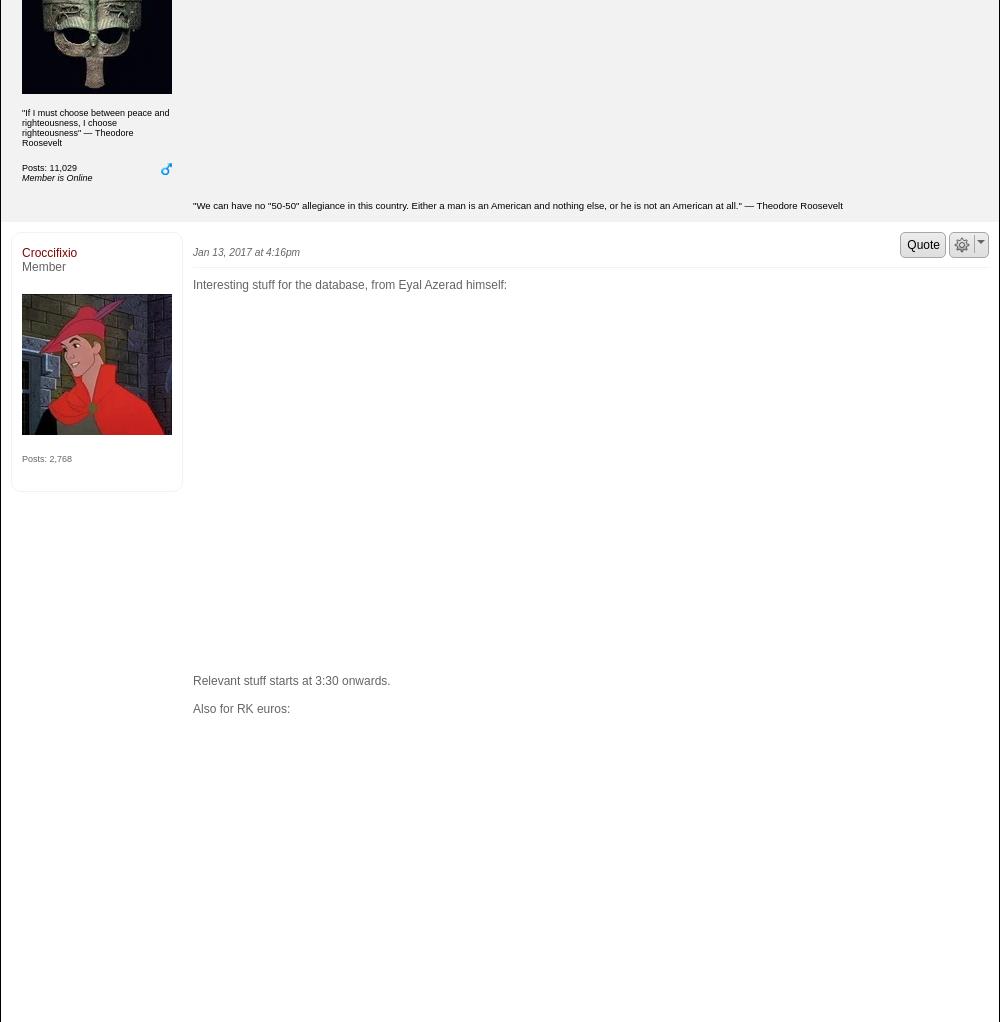 This screenshot has height=1022, width=1000. I want to click on '"We can have no "50-50" allegiance in this country. Either a man is an American and nothing else, or he is not an American at all." — Theodore Roosevelt', so click(517, 205).